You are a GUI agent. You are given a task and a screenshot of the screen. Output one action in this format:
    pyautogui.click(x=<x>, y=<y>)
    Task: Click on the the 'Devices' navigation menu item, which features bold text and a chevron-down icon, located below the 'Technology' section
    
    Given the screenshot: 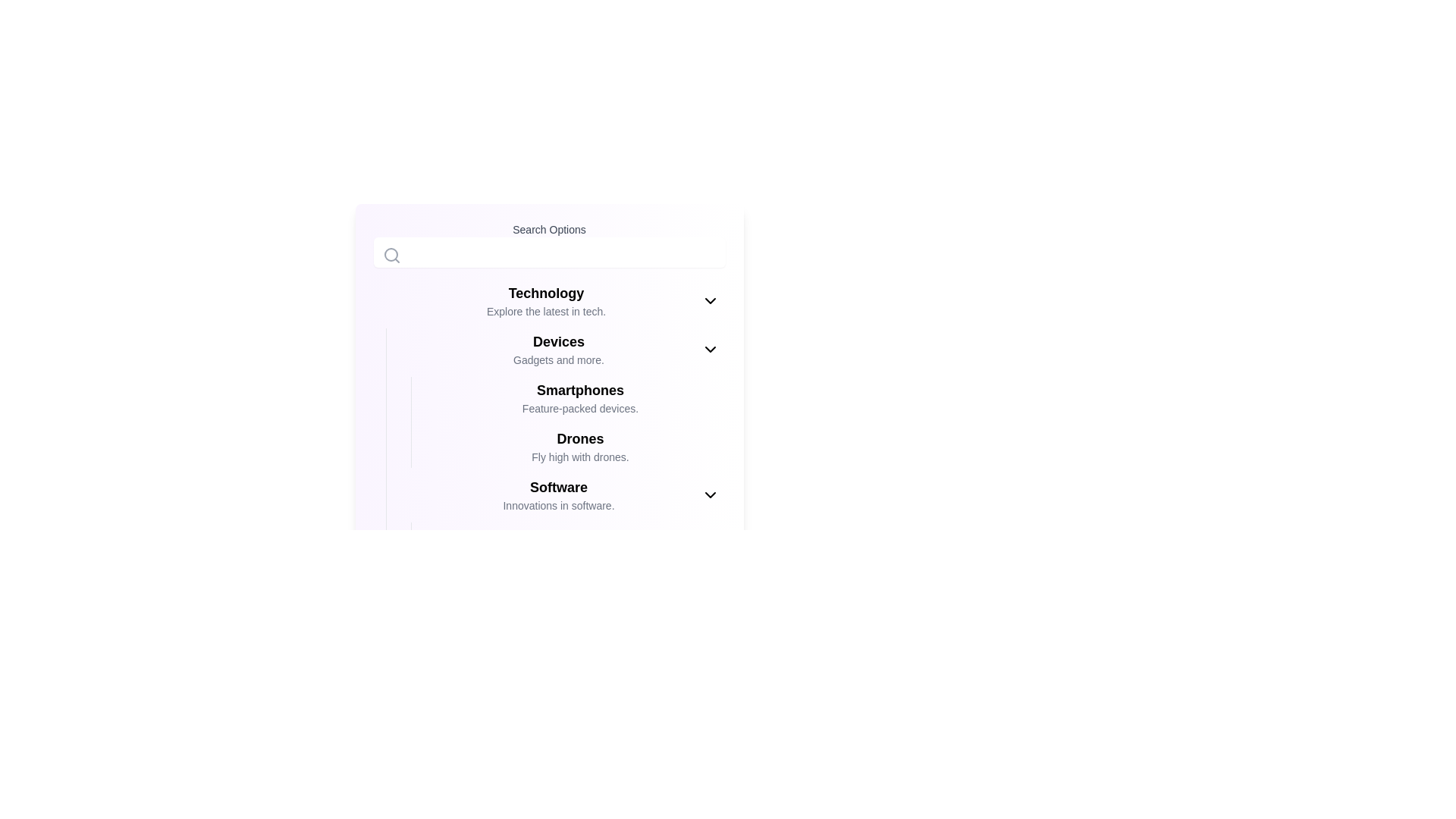 What is the action you would take?
    pyautogui.click(x=566, y=350)
    